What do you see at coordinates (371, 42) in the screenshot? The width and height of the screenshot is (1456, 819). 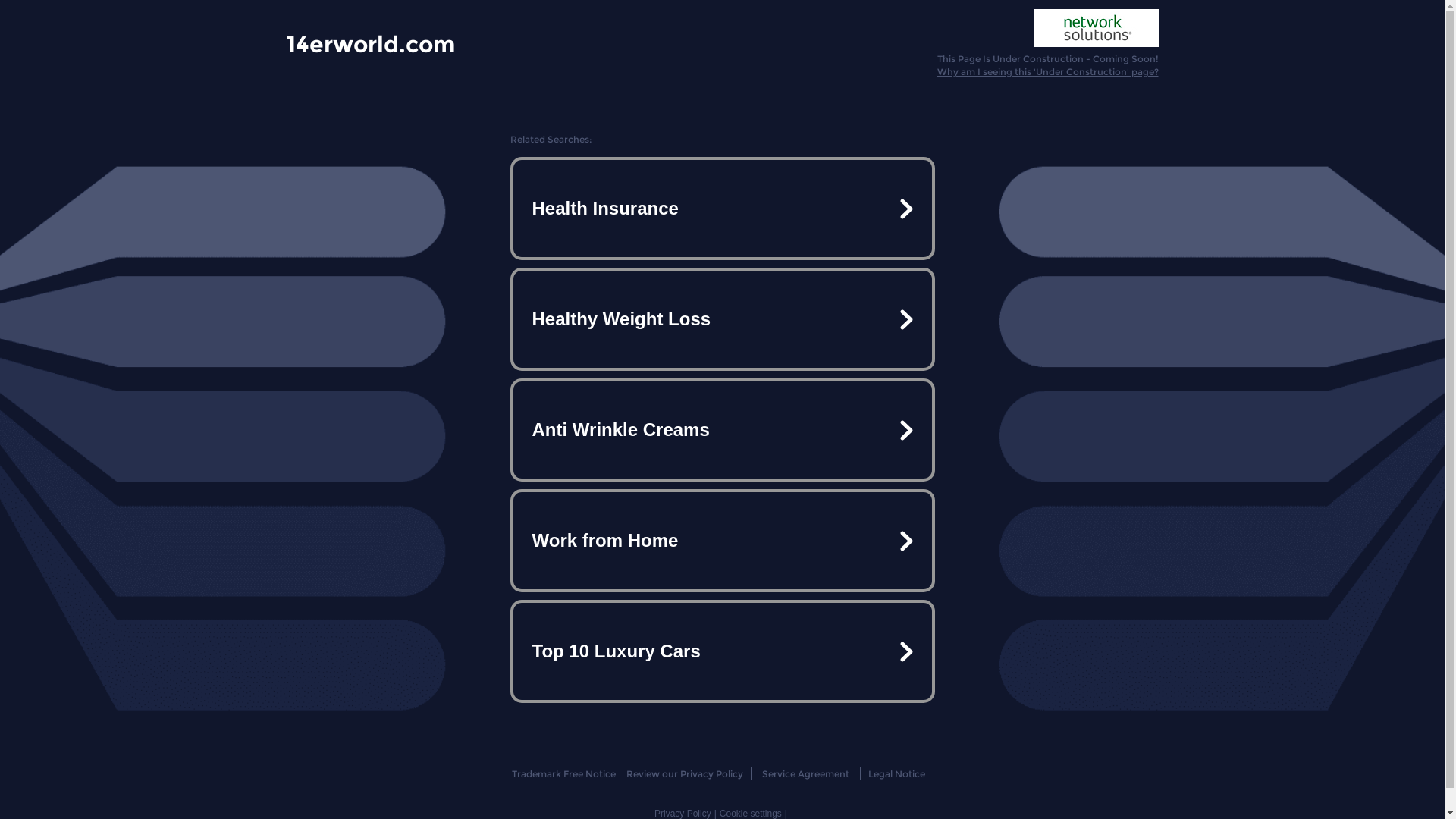 I see `'14erworld.com'` at bounding box center [371, 42].